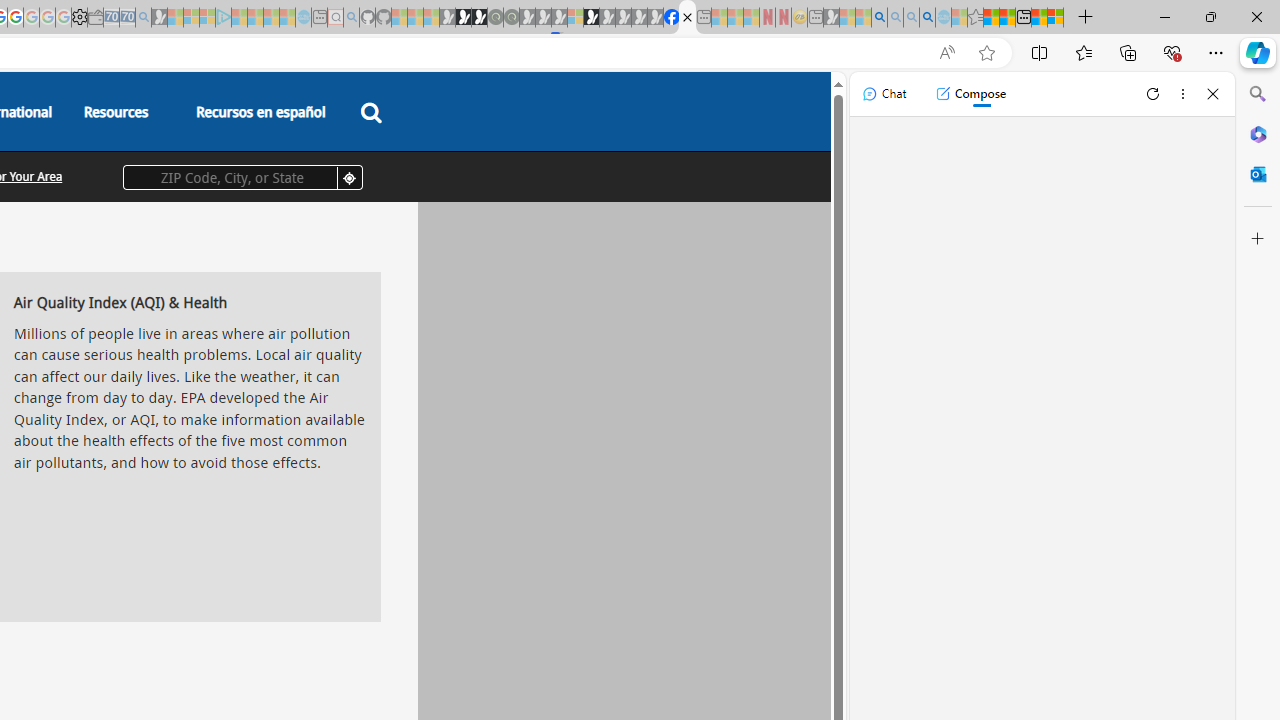 Image resolution: width=1280 pixels, height=720 pixels. Describe the element at coordinates (831, 17) in the screenshot. I see `'MSN - Sleeping'` at that location.